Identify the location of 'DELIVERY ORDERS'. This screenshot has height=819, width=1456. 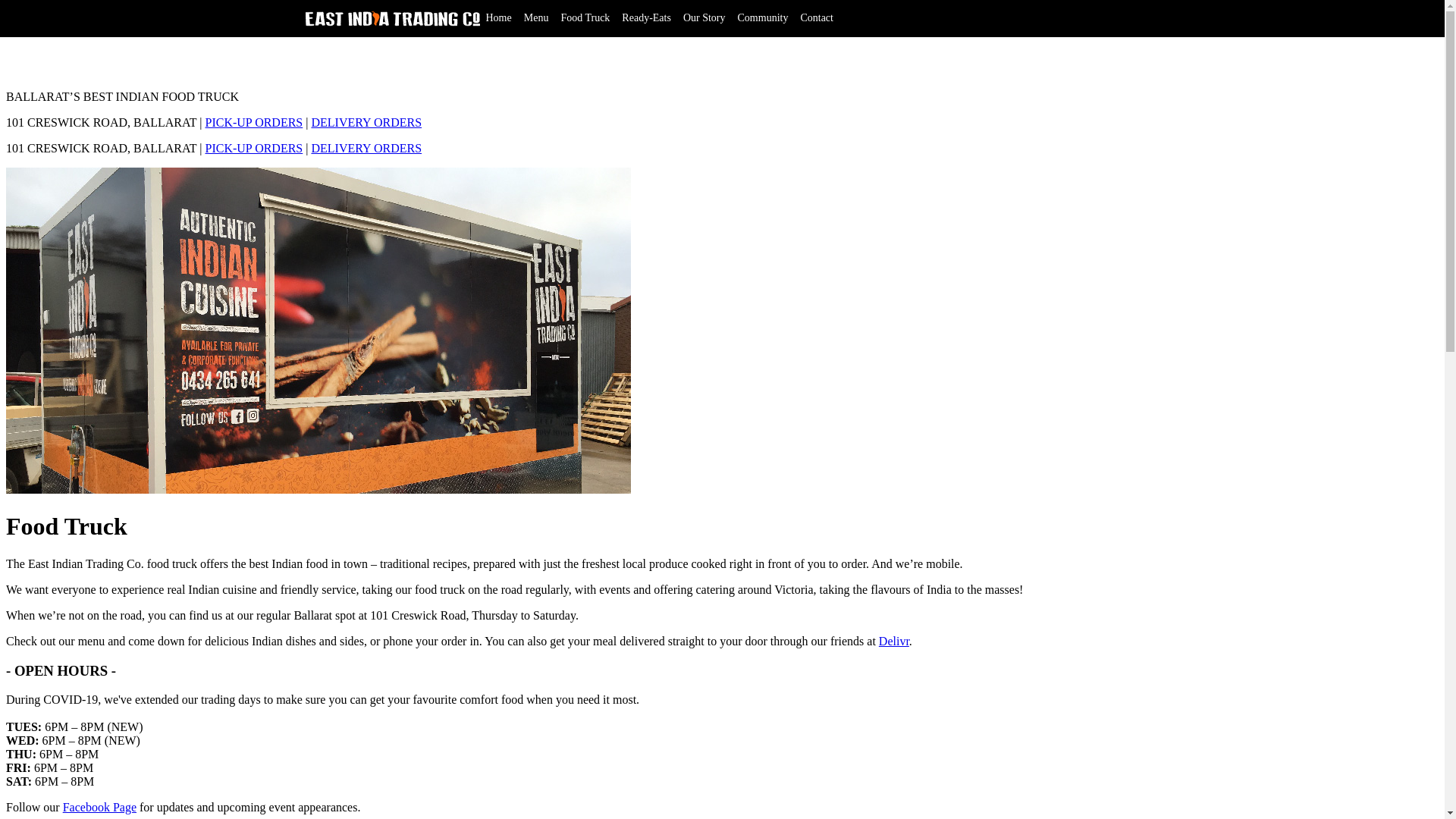
(366, 121).